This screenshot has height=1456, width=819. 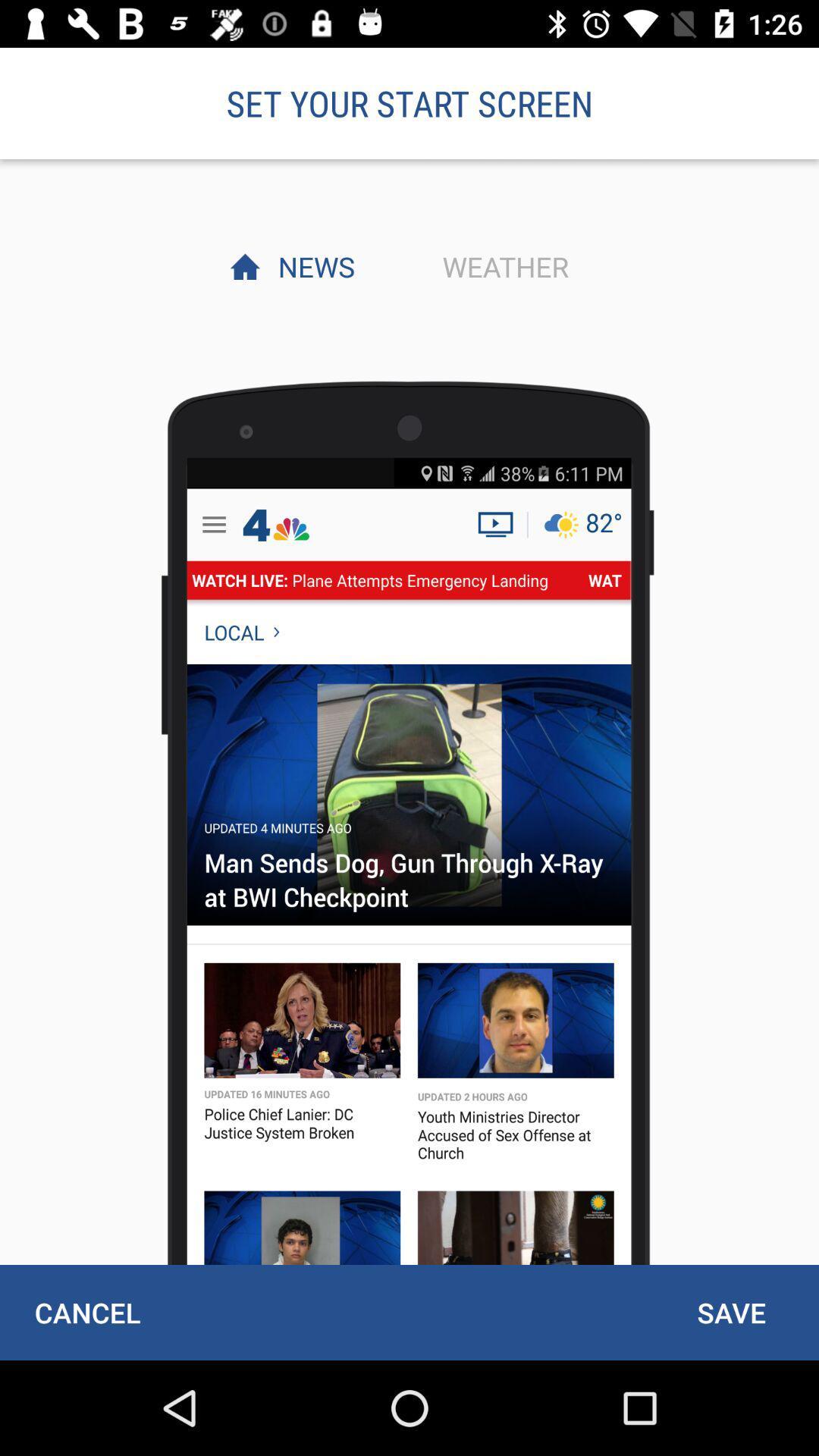 What do you see at coordinates (312, 266) in the screenshot?
I see `the news` at bounding box center [312, 266].